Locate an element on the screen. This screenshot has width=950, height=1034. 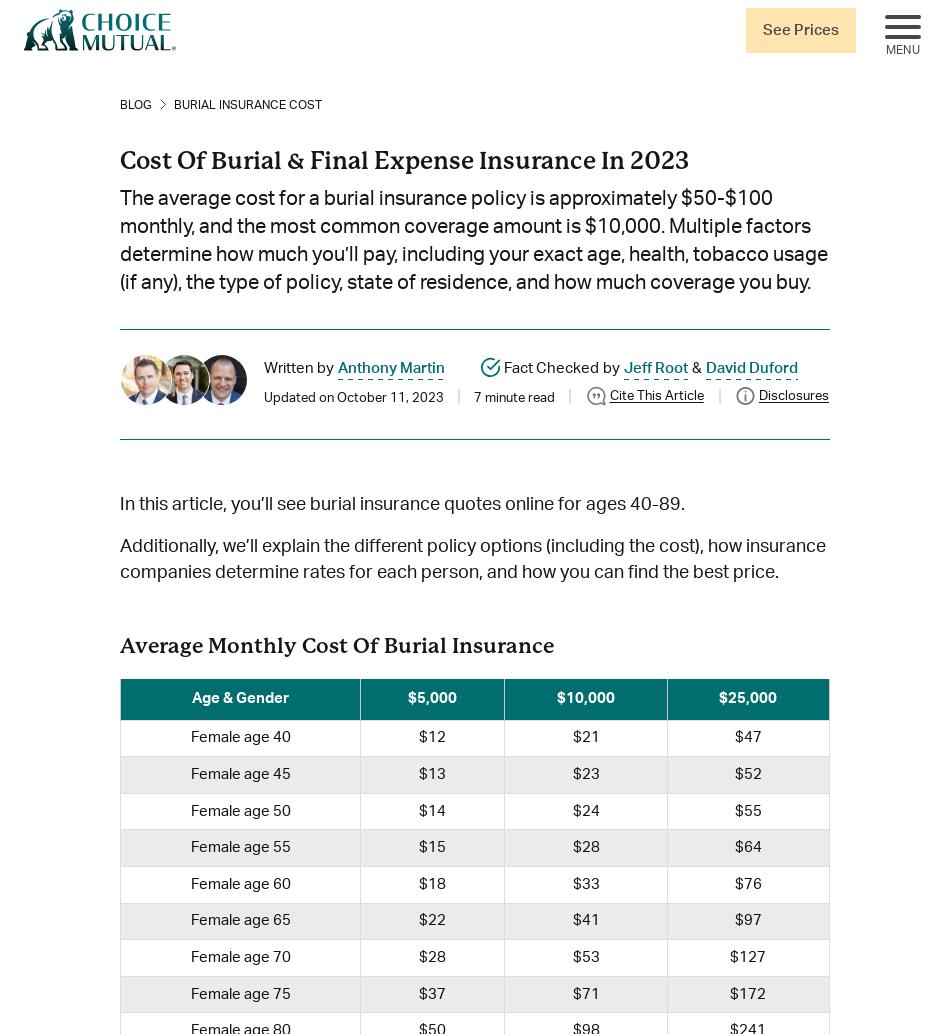
'Female age 60' is located at coordinates (238, 882).